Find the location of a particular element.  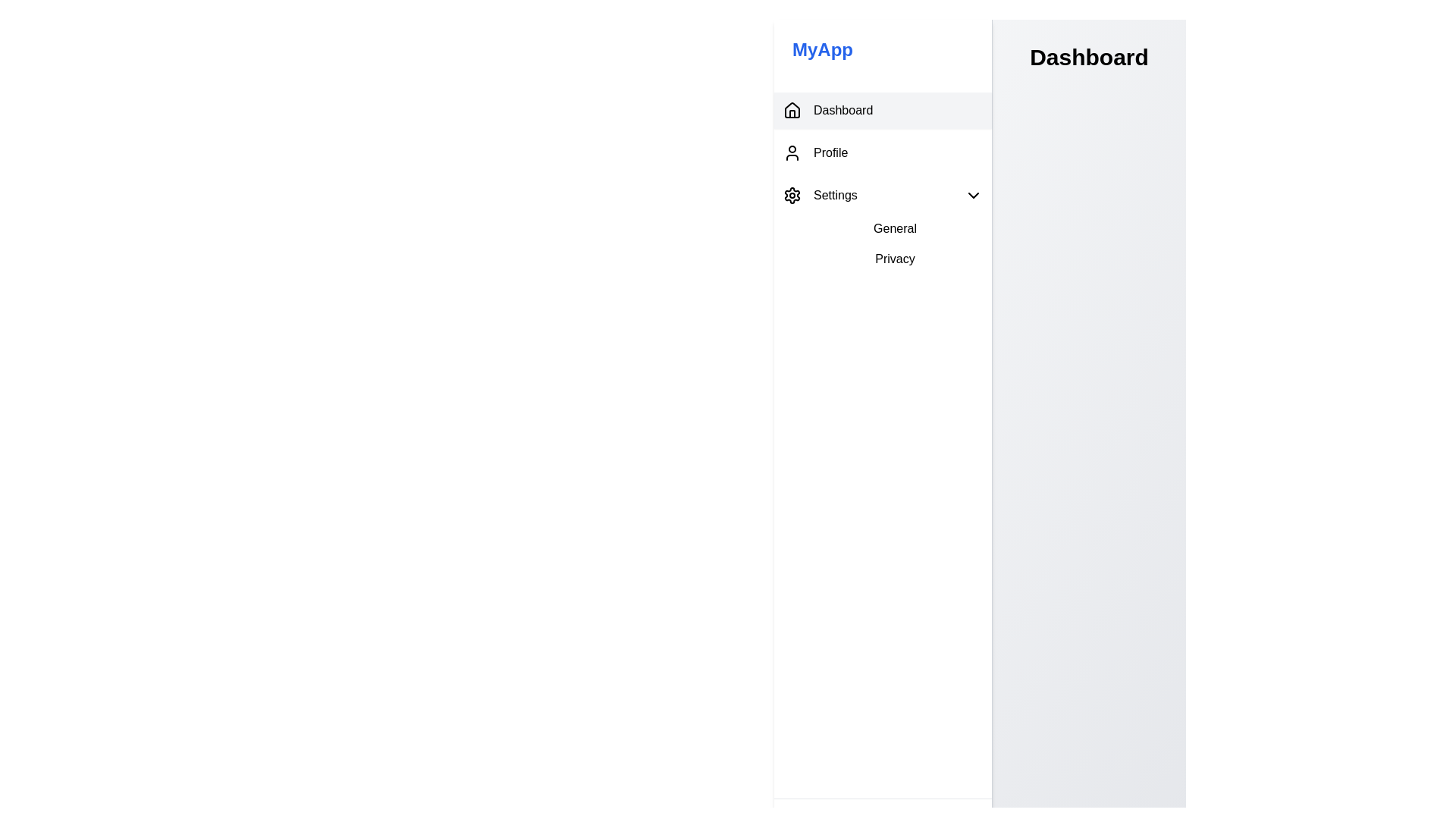

the house icon in the sidebar navigation associated with the 'Dashboard' option is located at coordinates (792, 109).